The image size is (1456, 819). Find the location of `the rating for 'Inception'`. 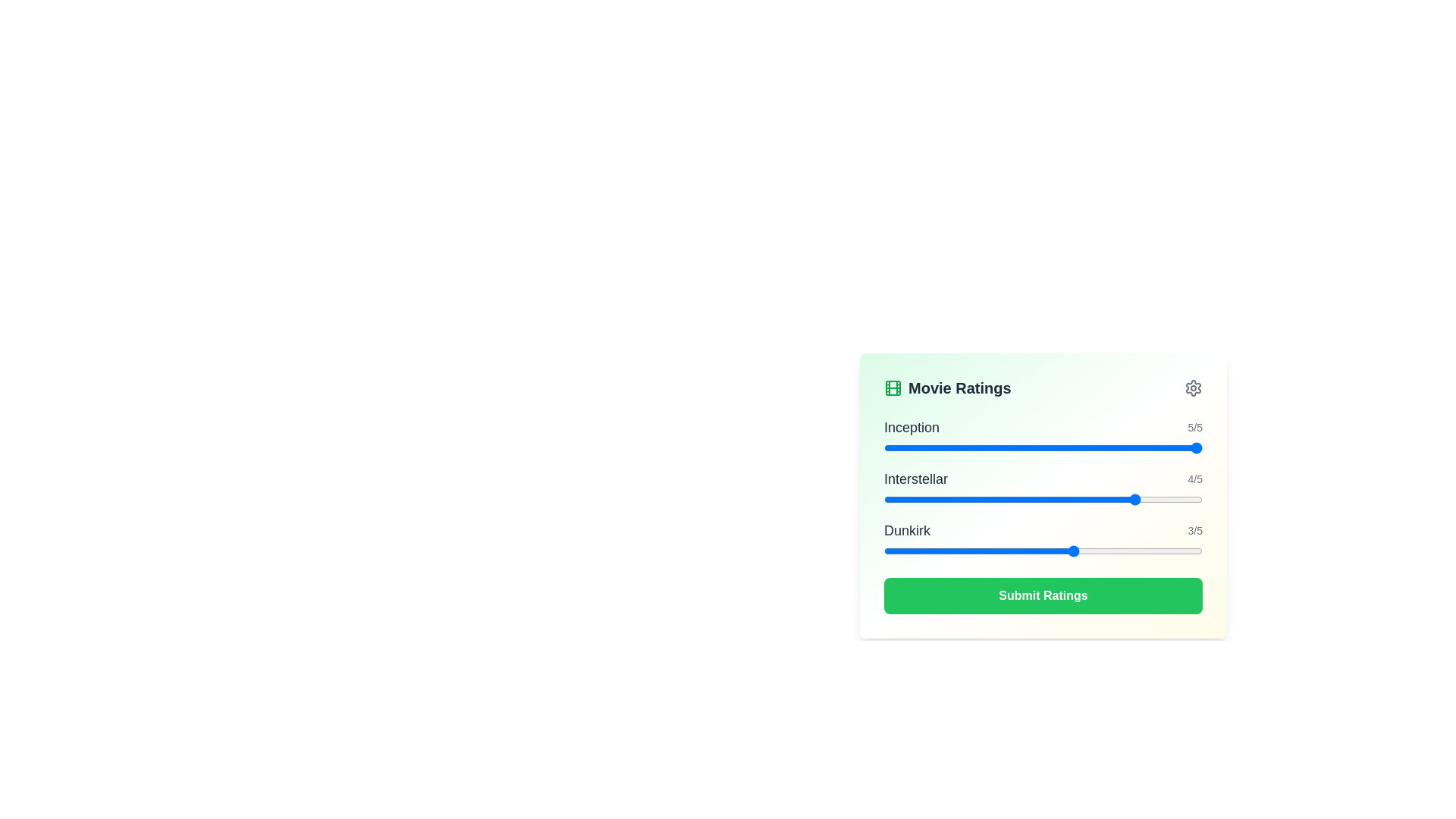

the rating for 'Inception' is located at coordinates (1012, 447).